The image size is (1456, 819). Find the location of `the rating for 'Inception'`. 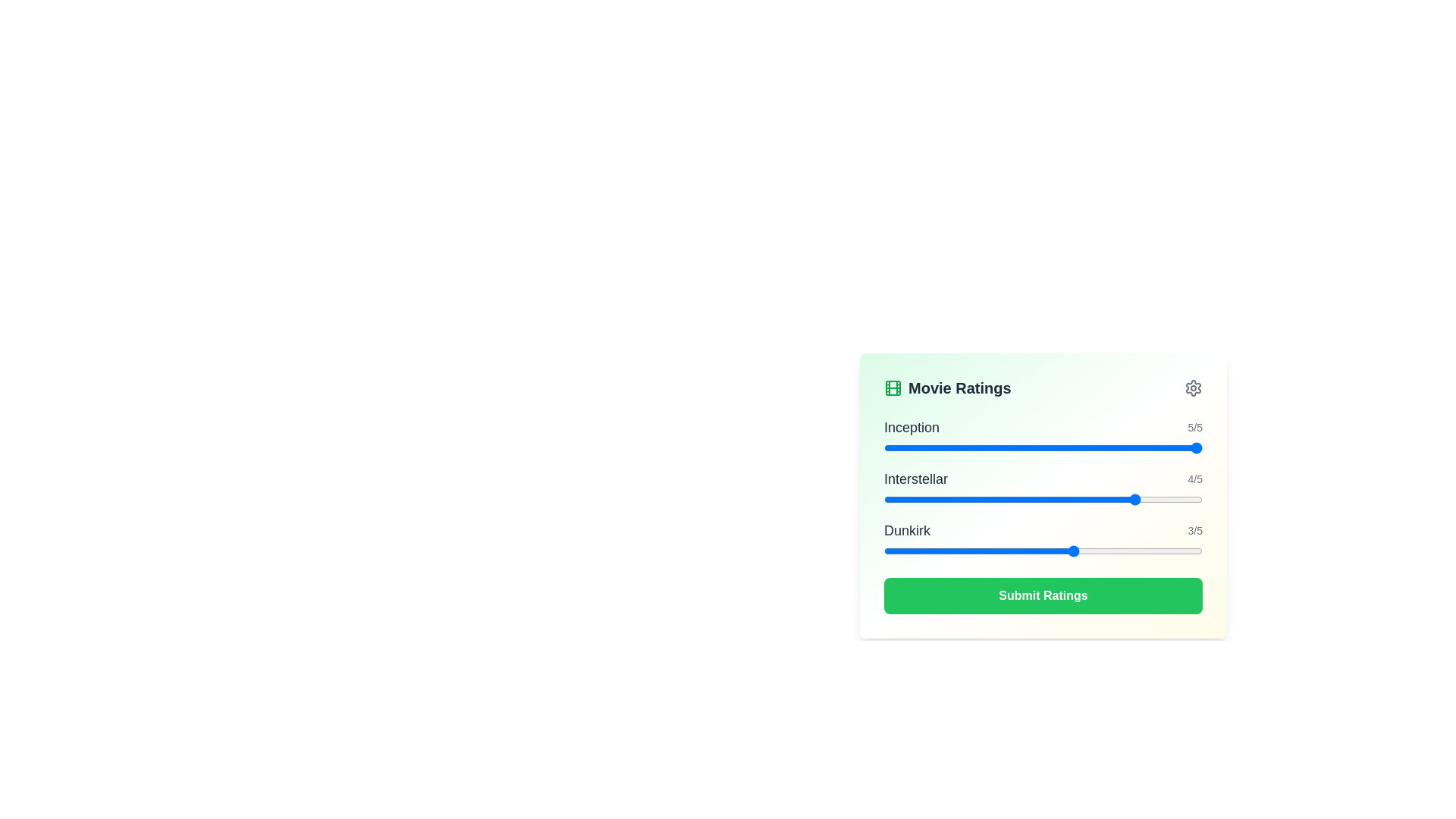

the rating for 'Inception' is located at coordinates (1012, 447).